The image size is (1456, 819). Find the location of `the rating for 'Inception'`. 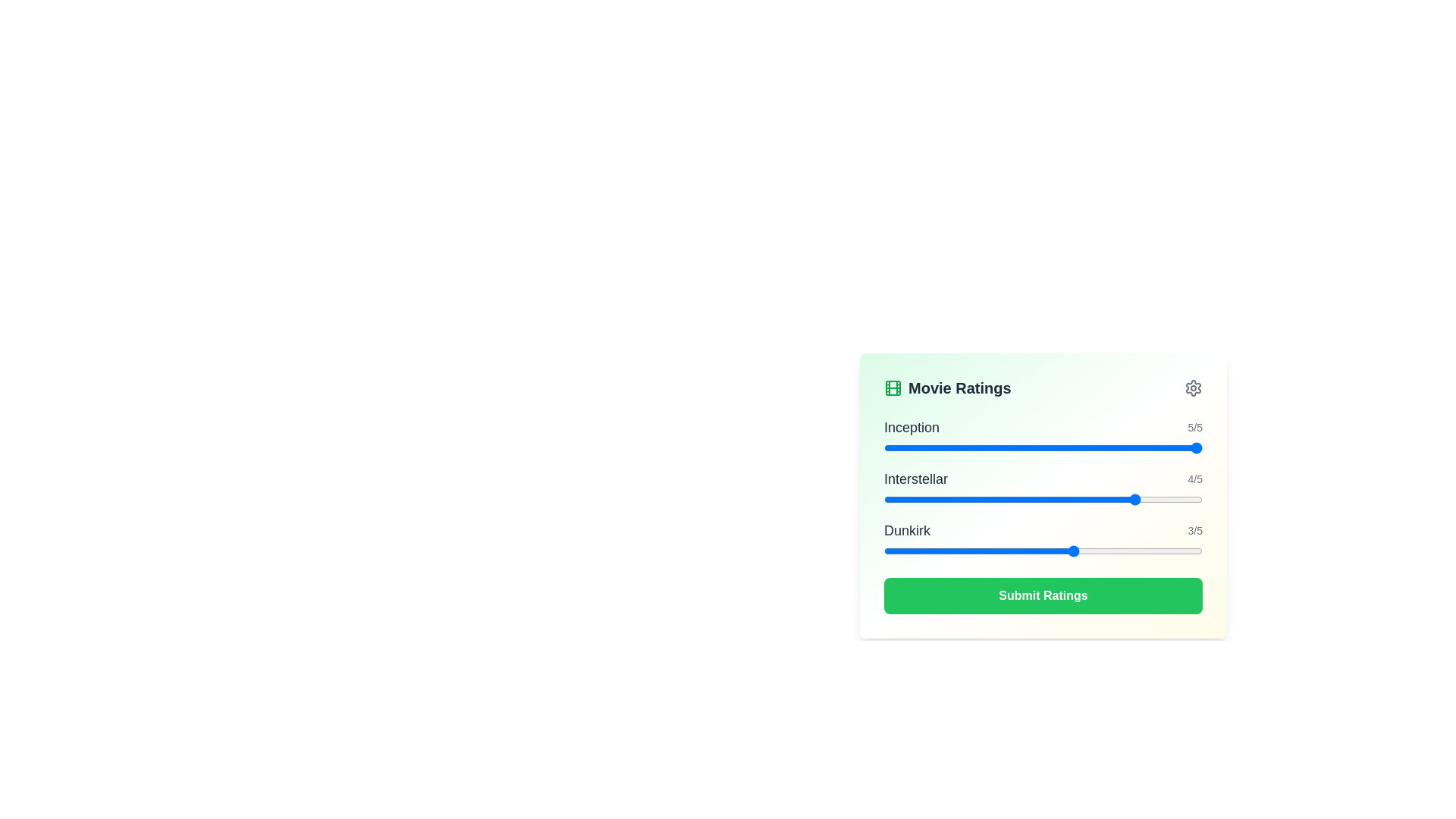

the rating for 'Inception' is located at coordinates (1012, 447).